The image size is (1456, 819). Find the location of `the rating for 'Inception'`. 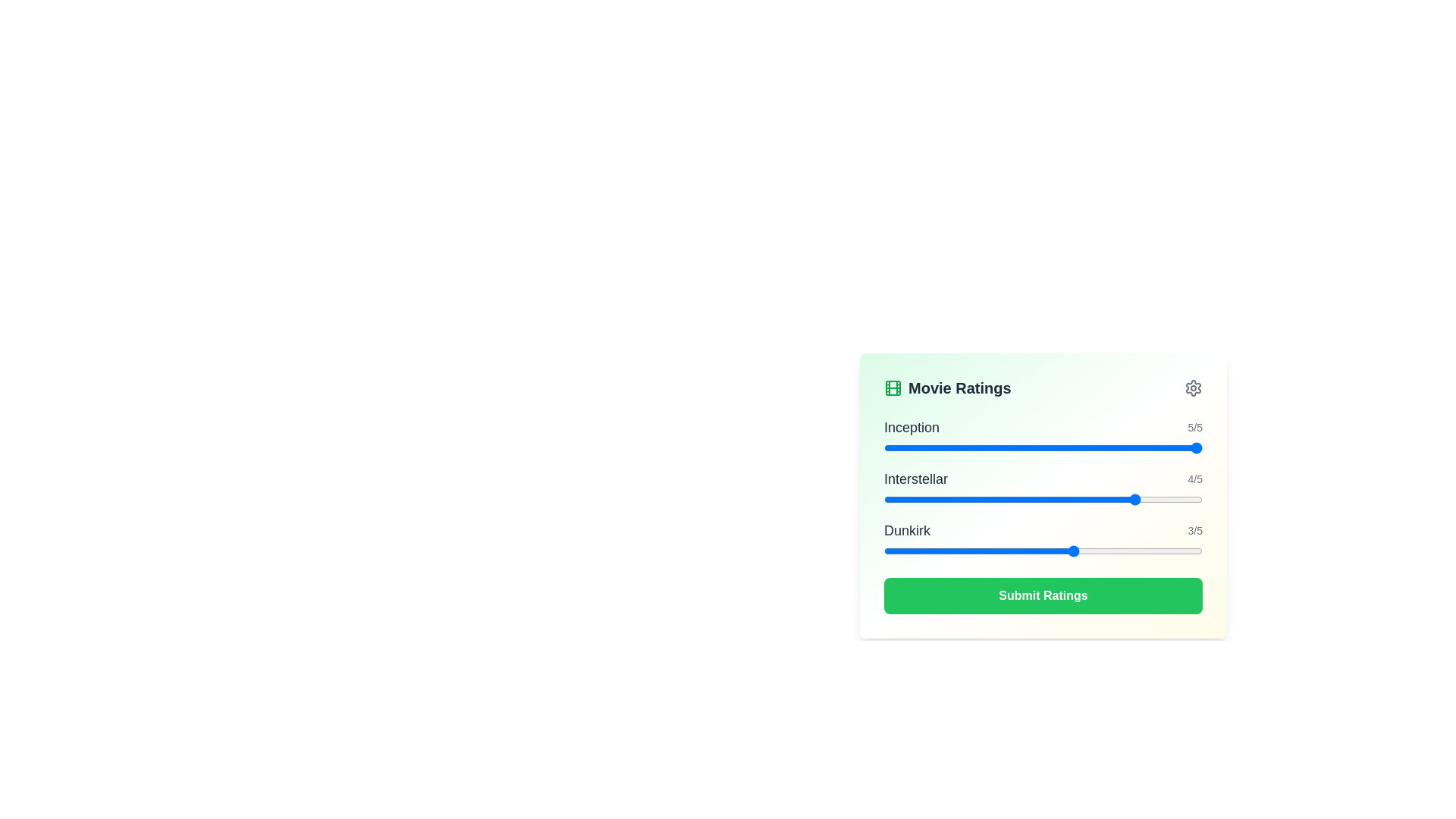

the rating for 'Inception' is located at coordinates (1012, 447).